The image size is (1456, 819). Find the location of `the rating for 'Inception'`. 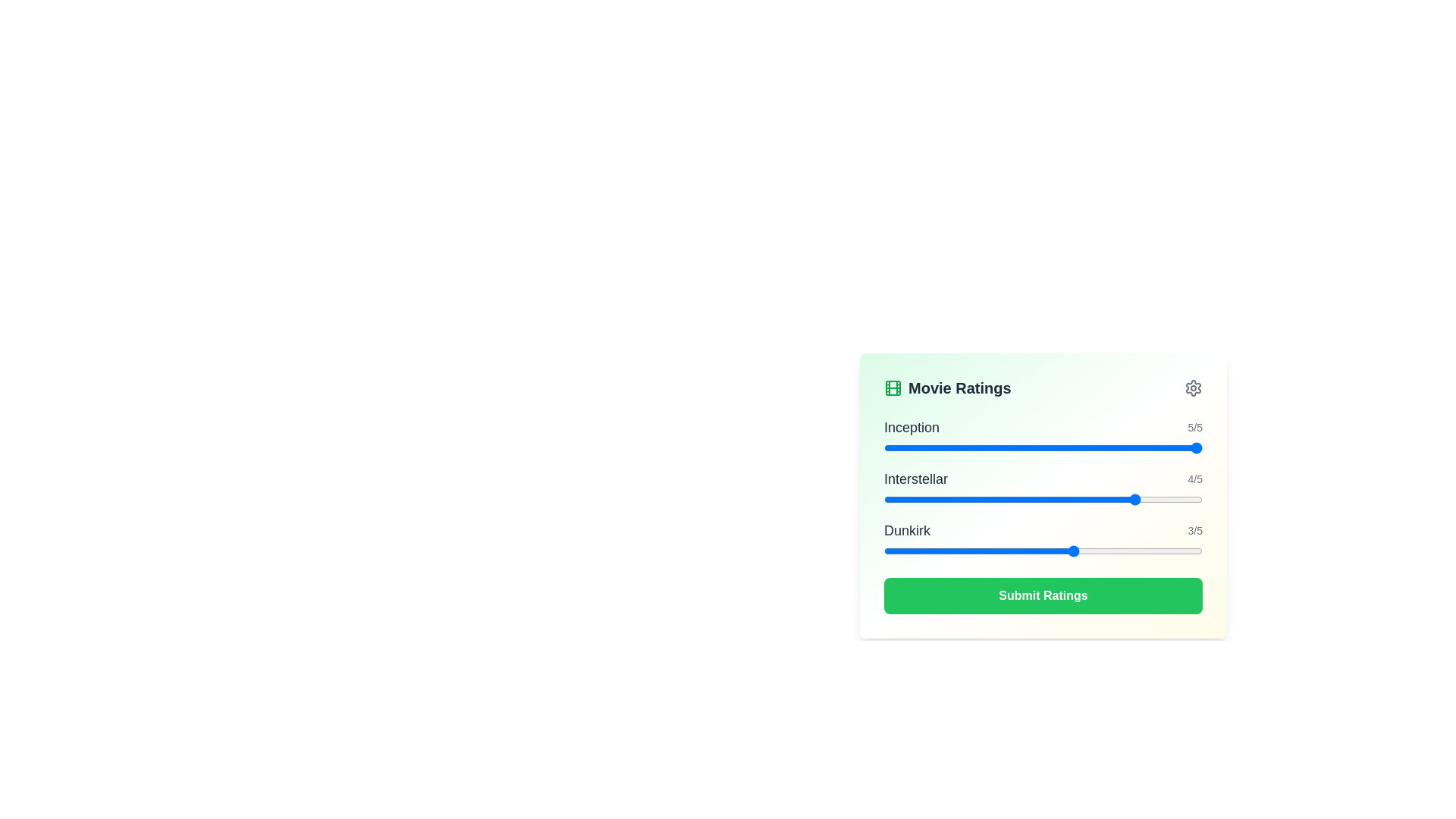

the rating for 'Inception' is located at coordinates (1012, 447).